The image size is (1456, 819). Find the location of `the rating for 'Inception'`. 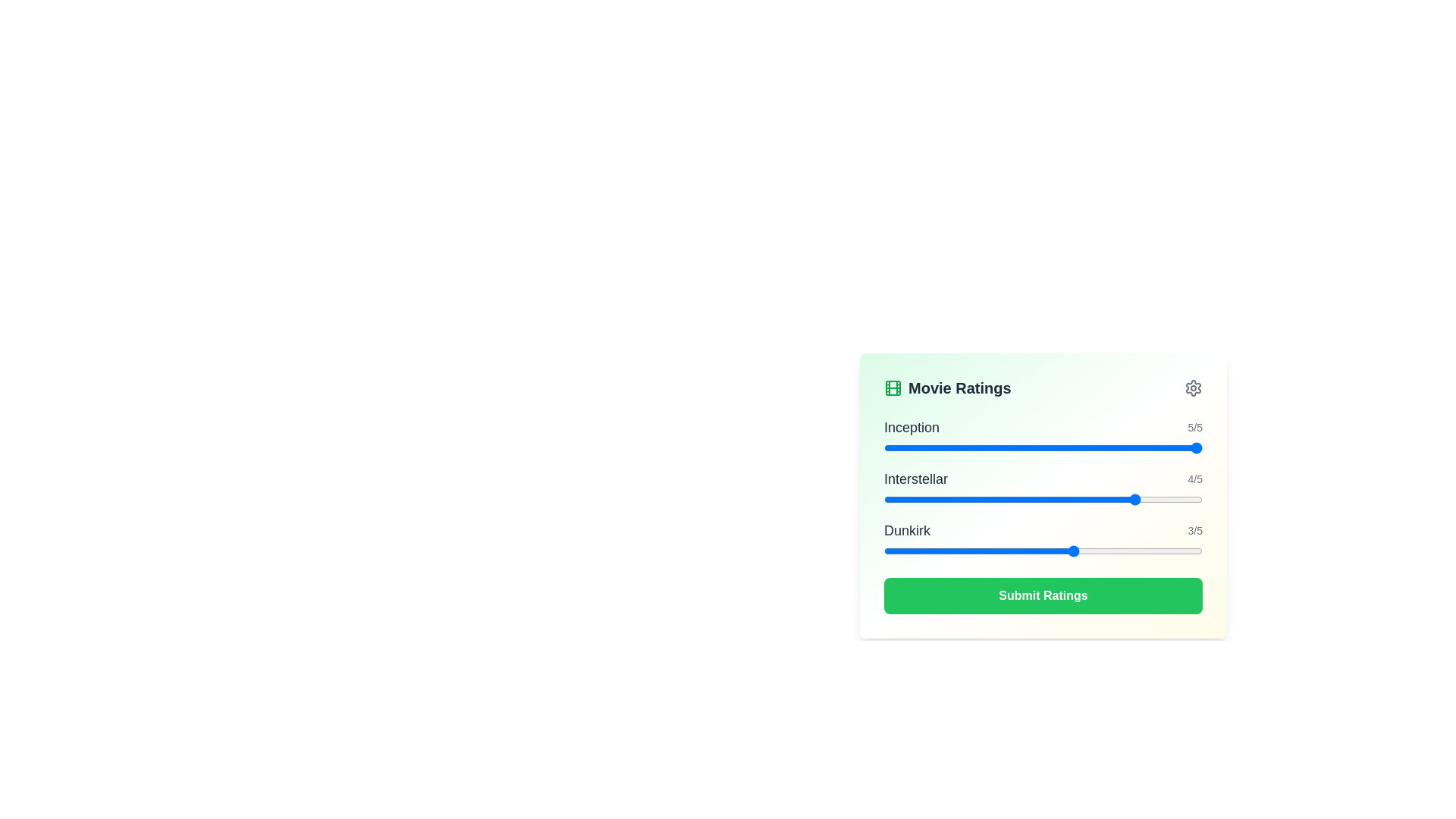

the rating for 'Inception' is located at coordinates (1012, 447).